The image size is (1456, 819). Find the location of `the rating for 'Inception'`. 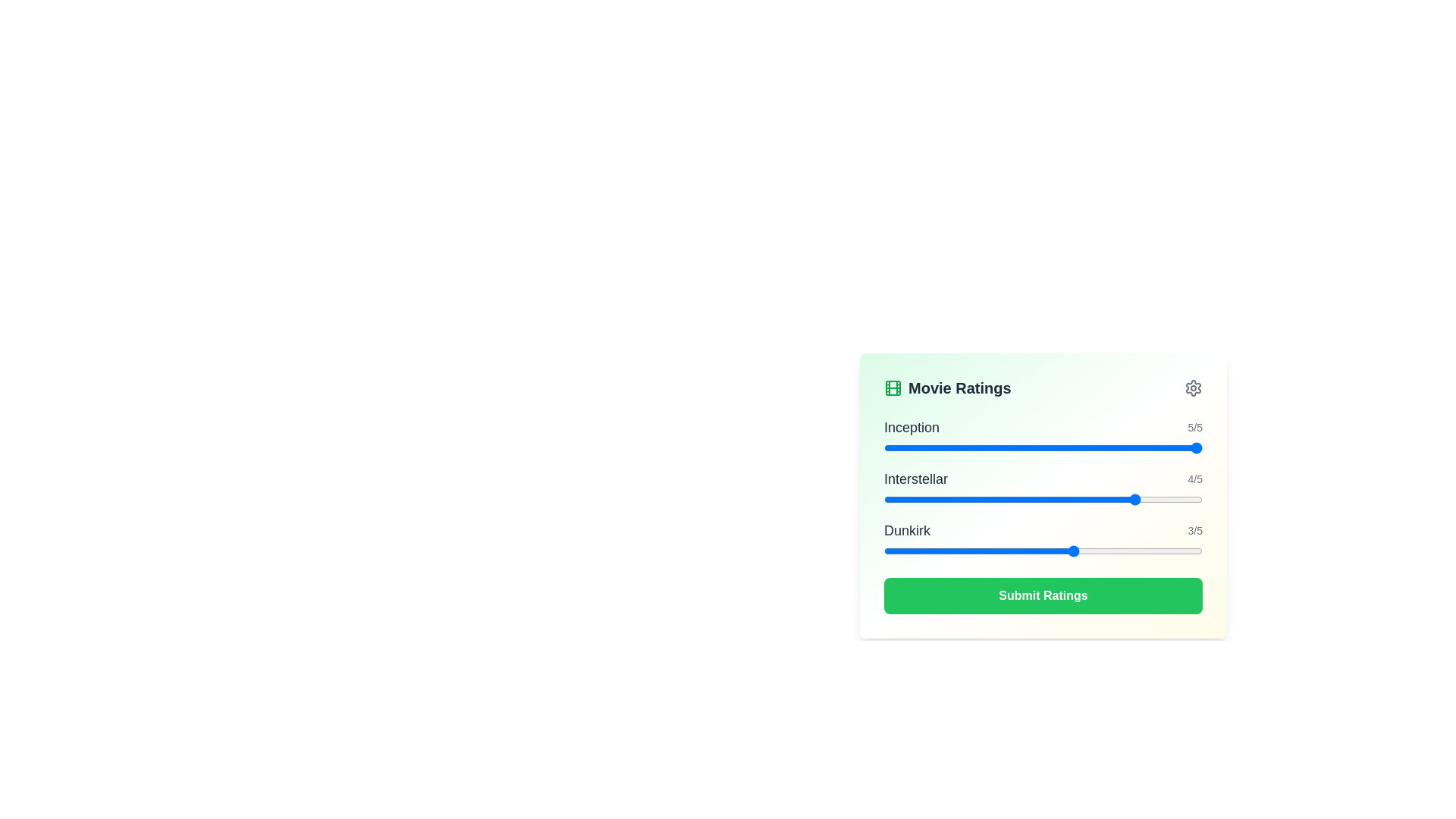

the rating for 'Inception' is located at coordinates (1012, 447).